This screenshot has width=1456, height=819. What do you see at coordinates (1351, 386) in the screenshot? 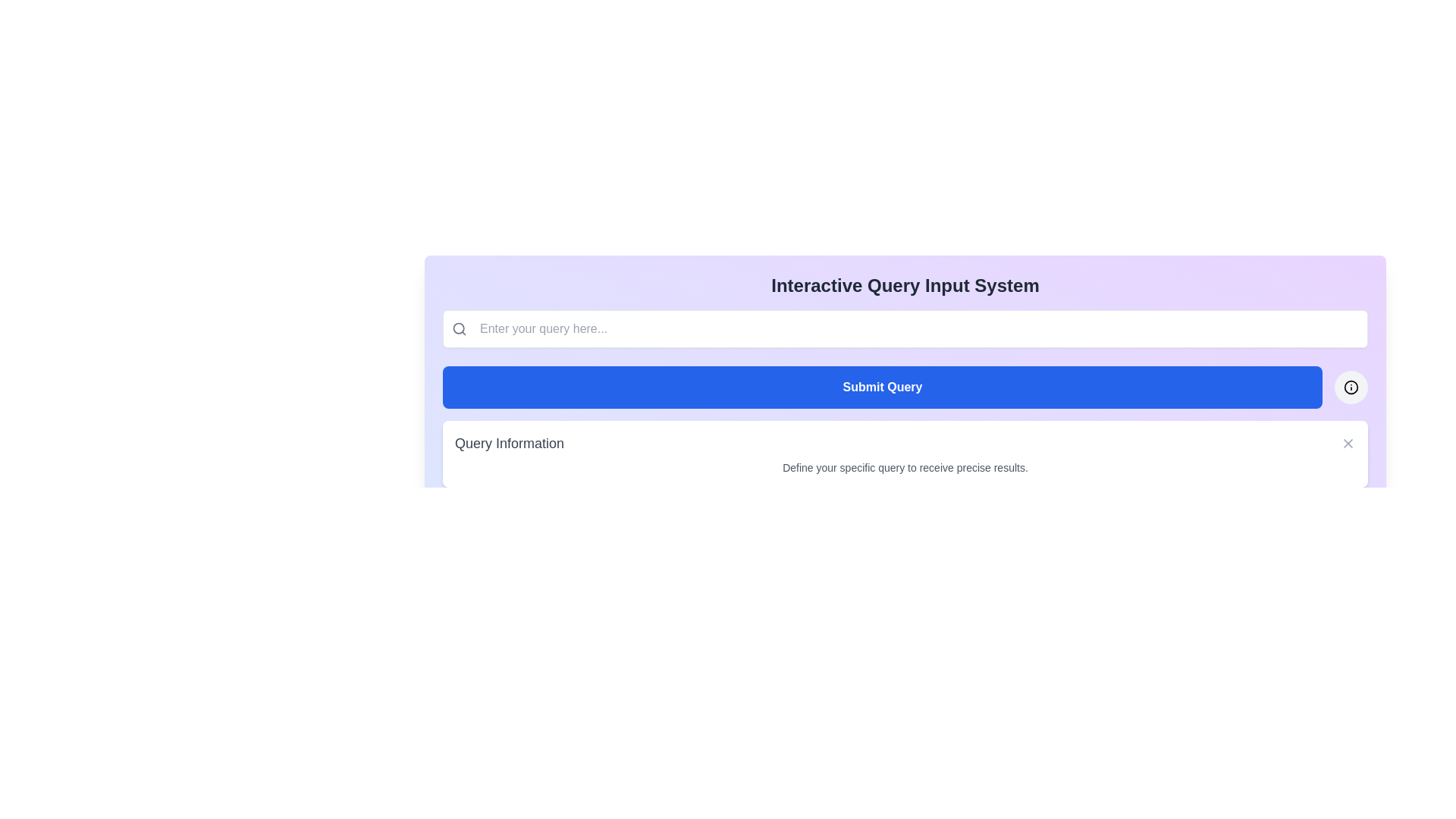
I see `the circular info indicator icon located within the rounded button in the top-right corner of the interface, adjacent to the blue 'Submit Query' button` at bounding box center [1351, 386].